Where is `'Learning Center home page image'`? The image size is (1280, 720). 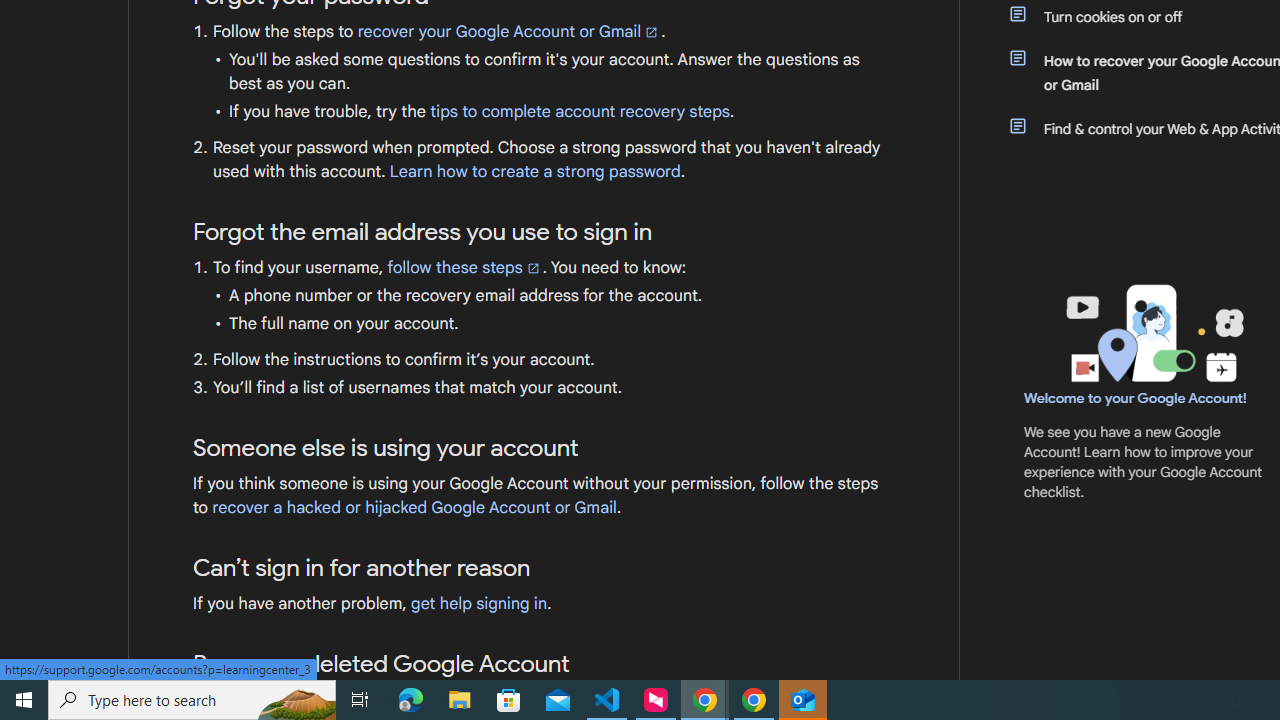
'Learning Center home page image' is located at coordinates (1152, 332).